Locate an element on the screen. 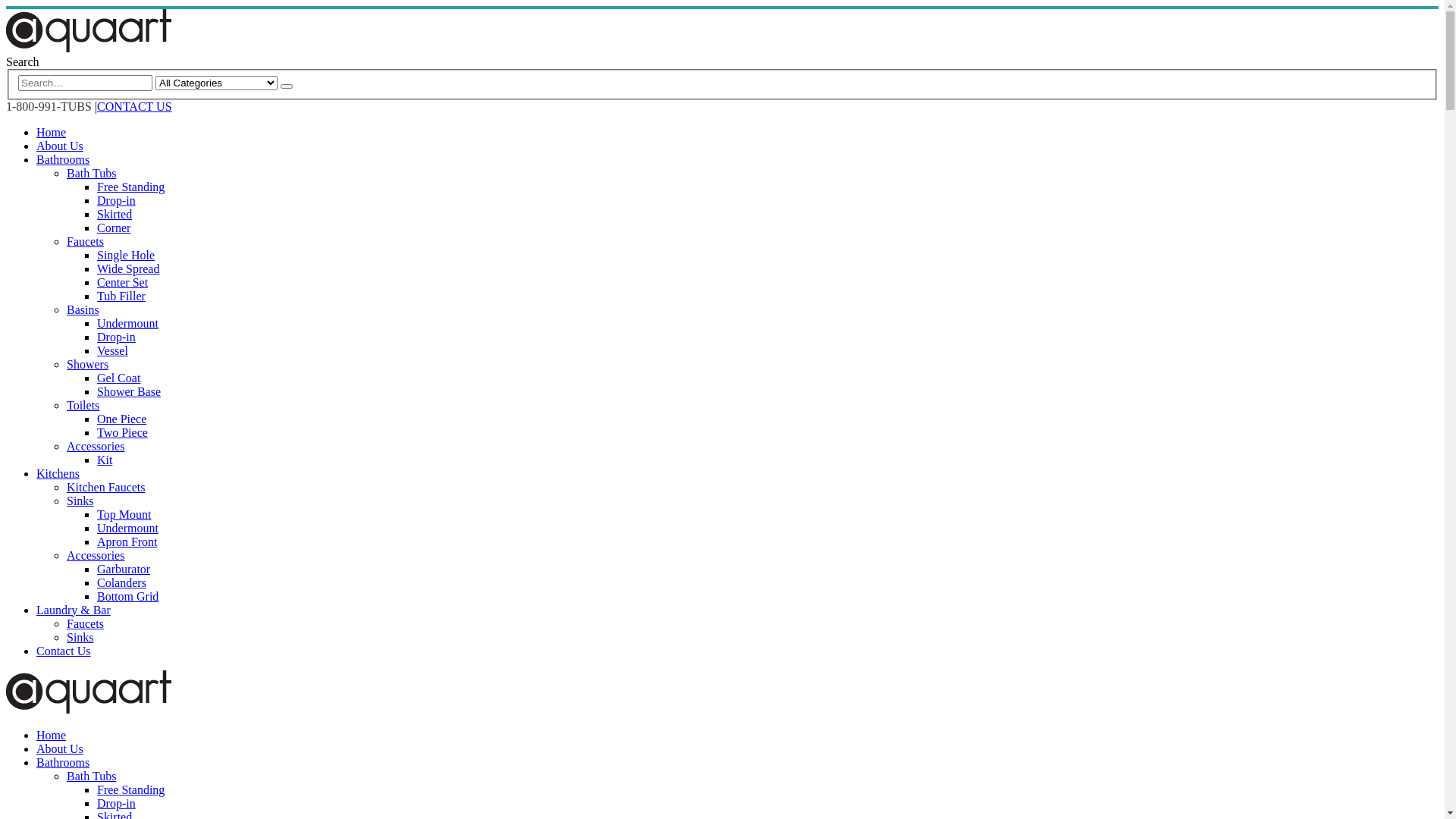 This screenshot has width=1456, height=819. 'Wide Spread' is located at coordinates (127, 268).